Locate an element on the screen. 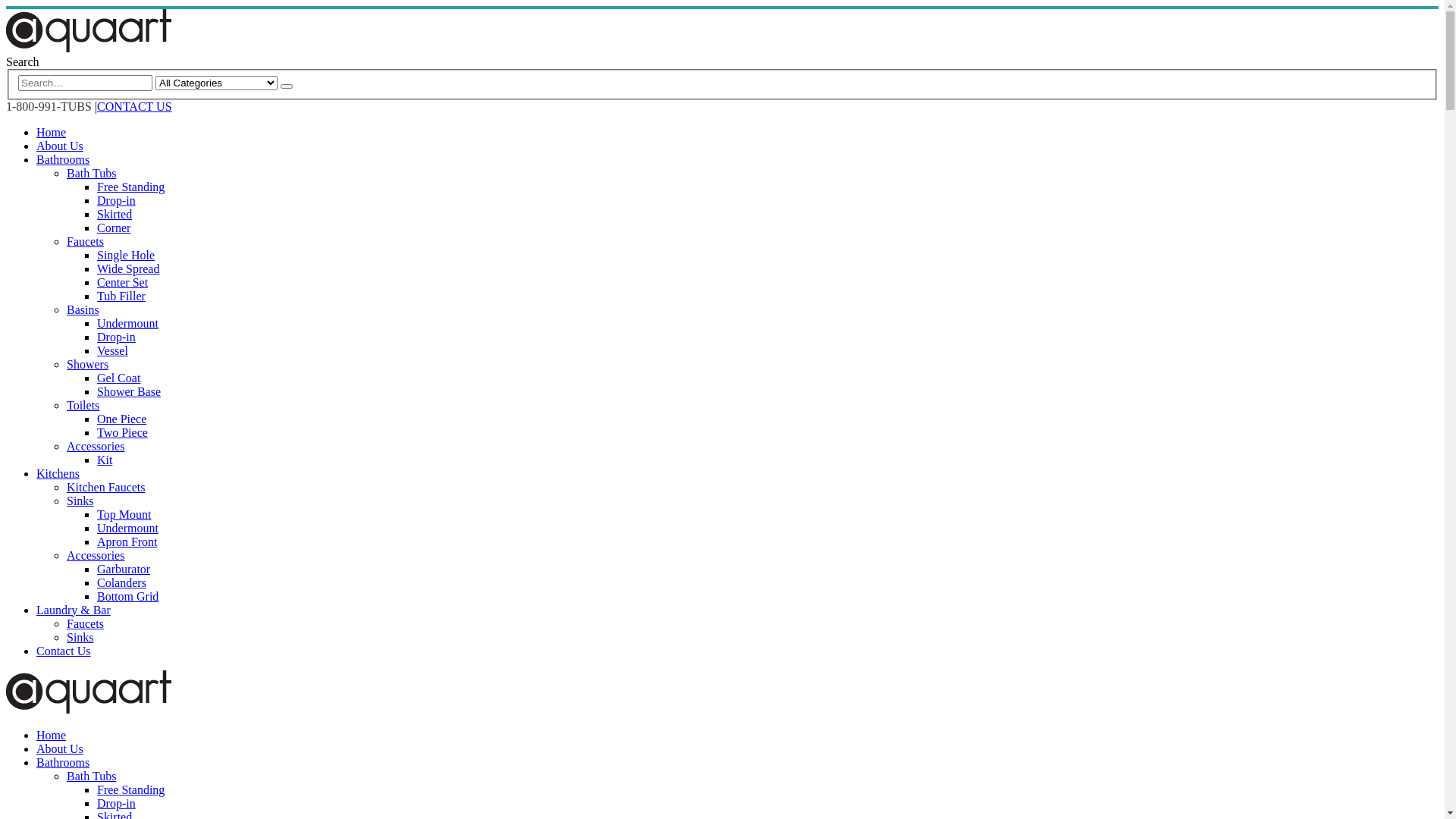 This screenshot has width=1456, height=819. 'Wide Spread' is located at coordinates (127, 268).